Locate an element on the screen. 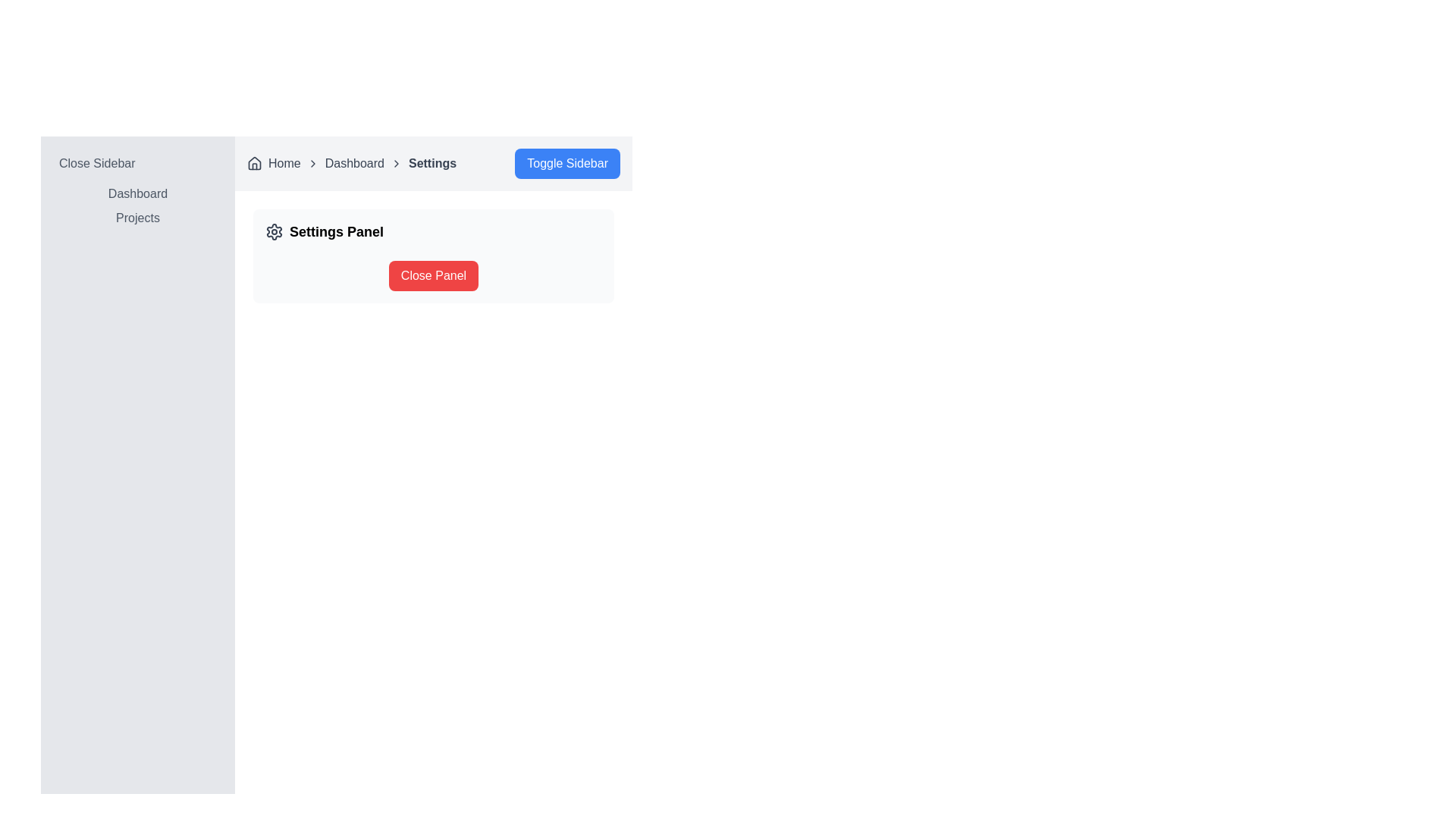  the 'Close Sidebar' button in the vertical sidebar is located at coordinates (138, 164).